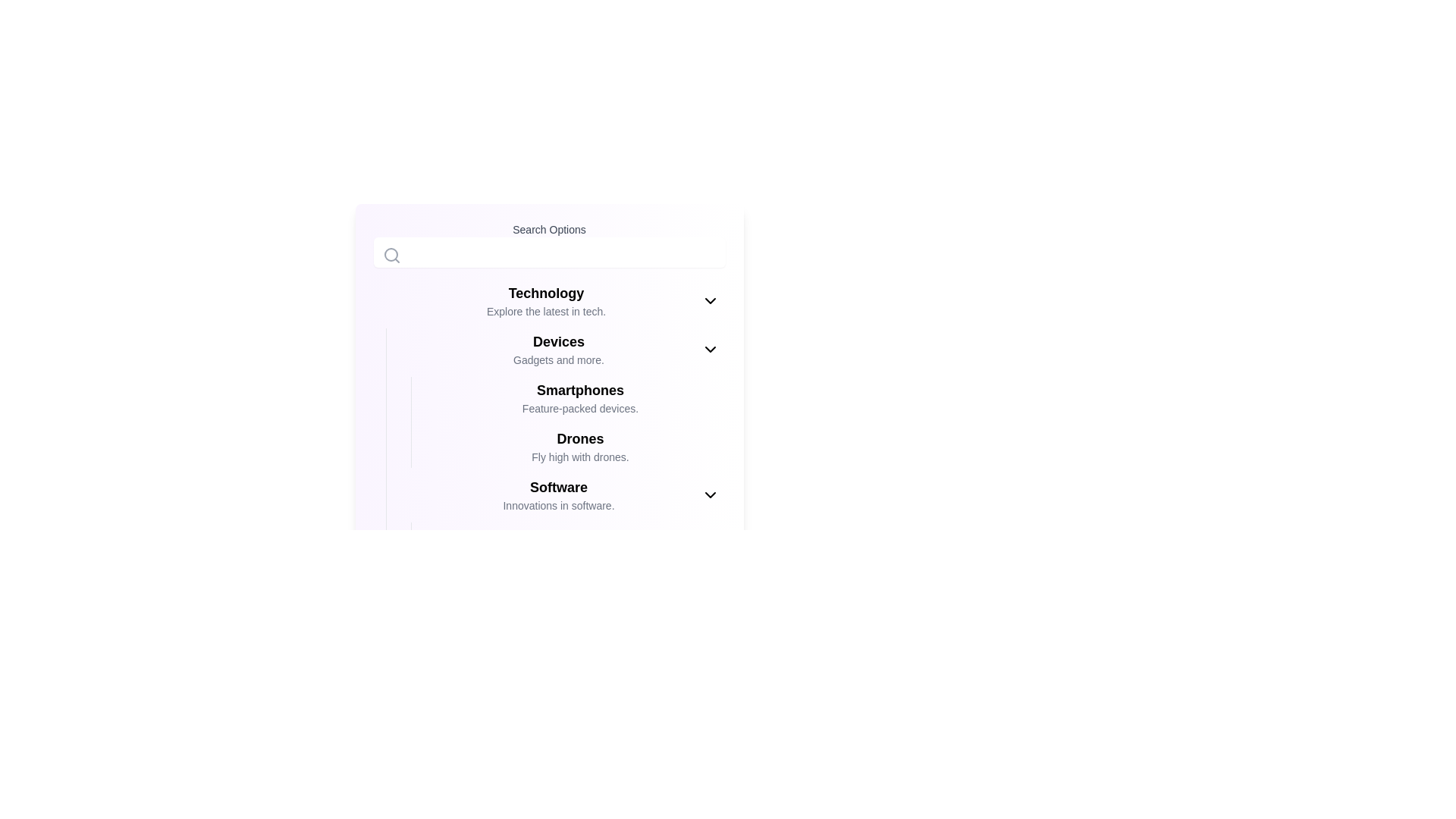 Image resolution: width=1456 pixels, height=819 pixels. Describe the element at coordinates (579, 456) in the screenshot. I see `the text label that says 'Fly high with drones.' which is positioned directly beneath the 'Drones.' title` at that location.